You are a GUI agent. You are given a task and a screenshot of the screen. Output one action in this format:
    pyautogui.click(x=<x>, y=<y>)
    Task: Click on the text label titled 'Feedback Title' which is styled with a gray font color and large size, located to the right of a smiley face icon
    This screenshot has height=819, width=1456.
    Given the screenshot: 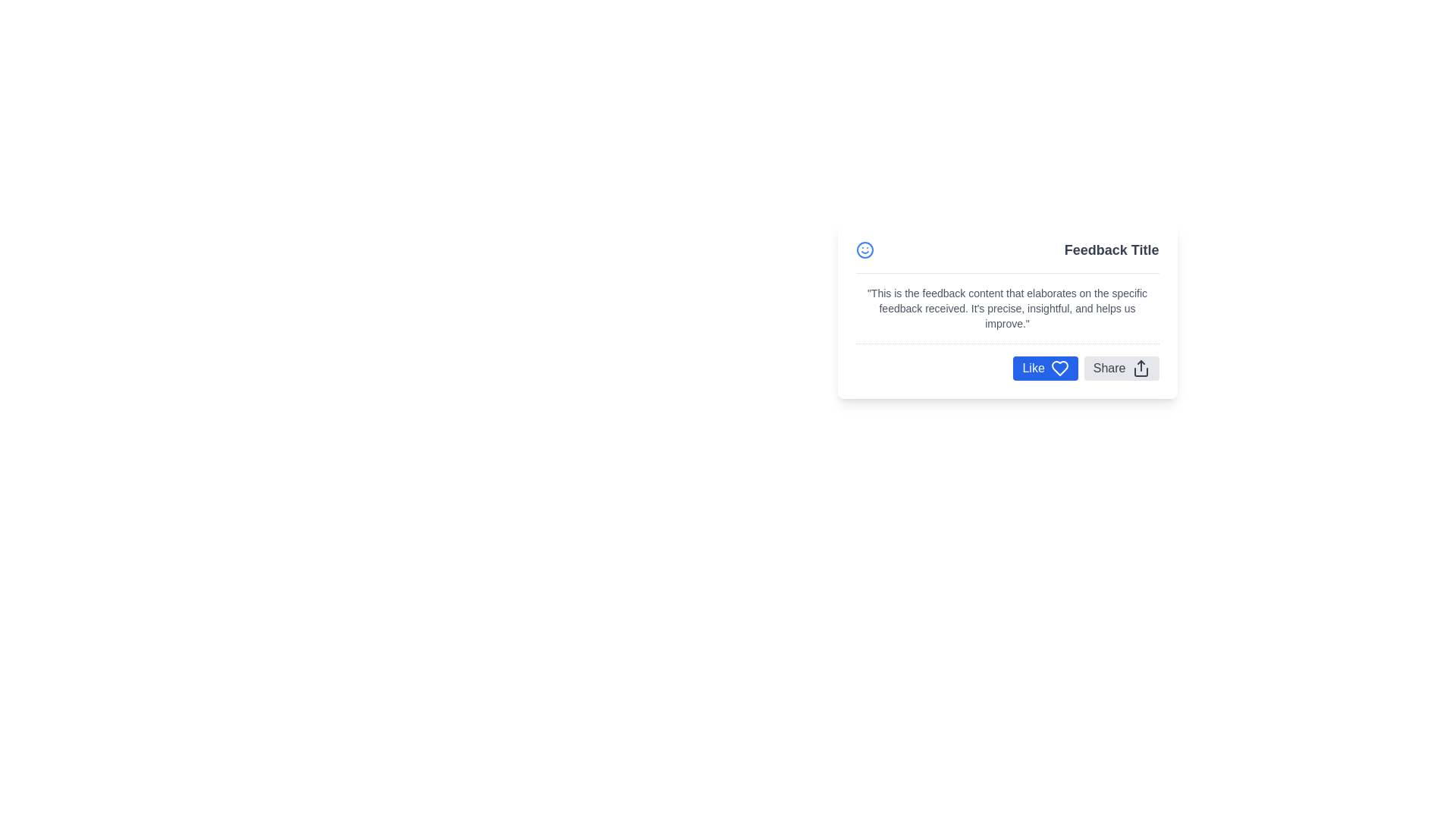 What is the action you would take?
    pyautogui.click(x=1112, y=249)
    